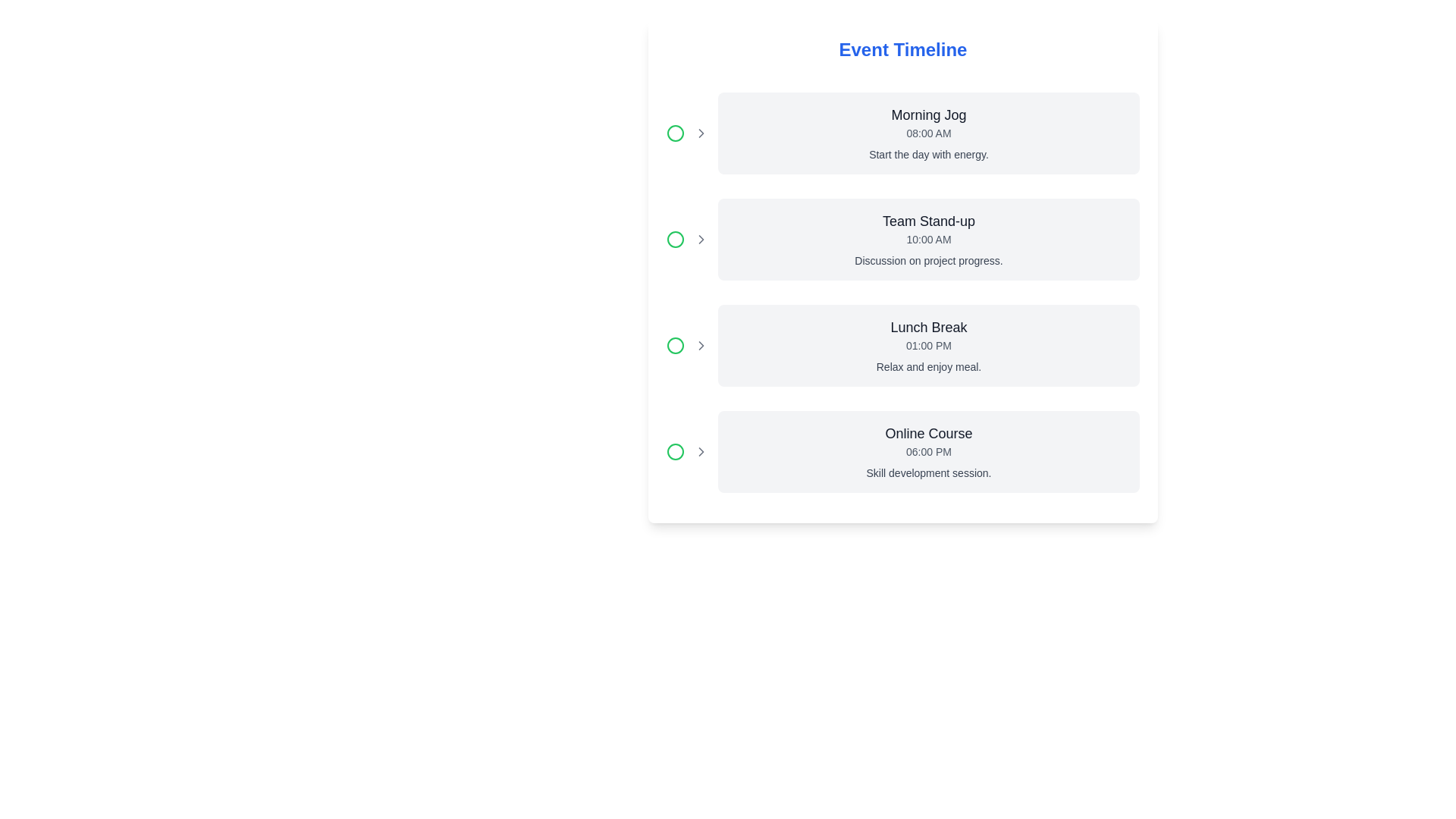 This screenshot has width=1456, height=819. What do you see at coordinates (675, 451) in the screenshot?
I see `the circular icon with a green border that precedes the label 'Online Course 06:00 PM Skill development session' in the fourth row of the event timeline` at bounding box center [675, 451].